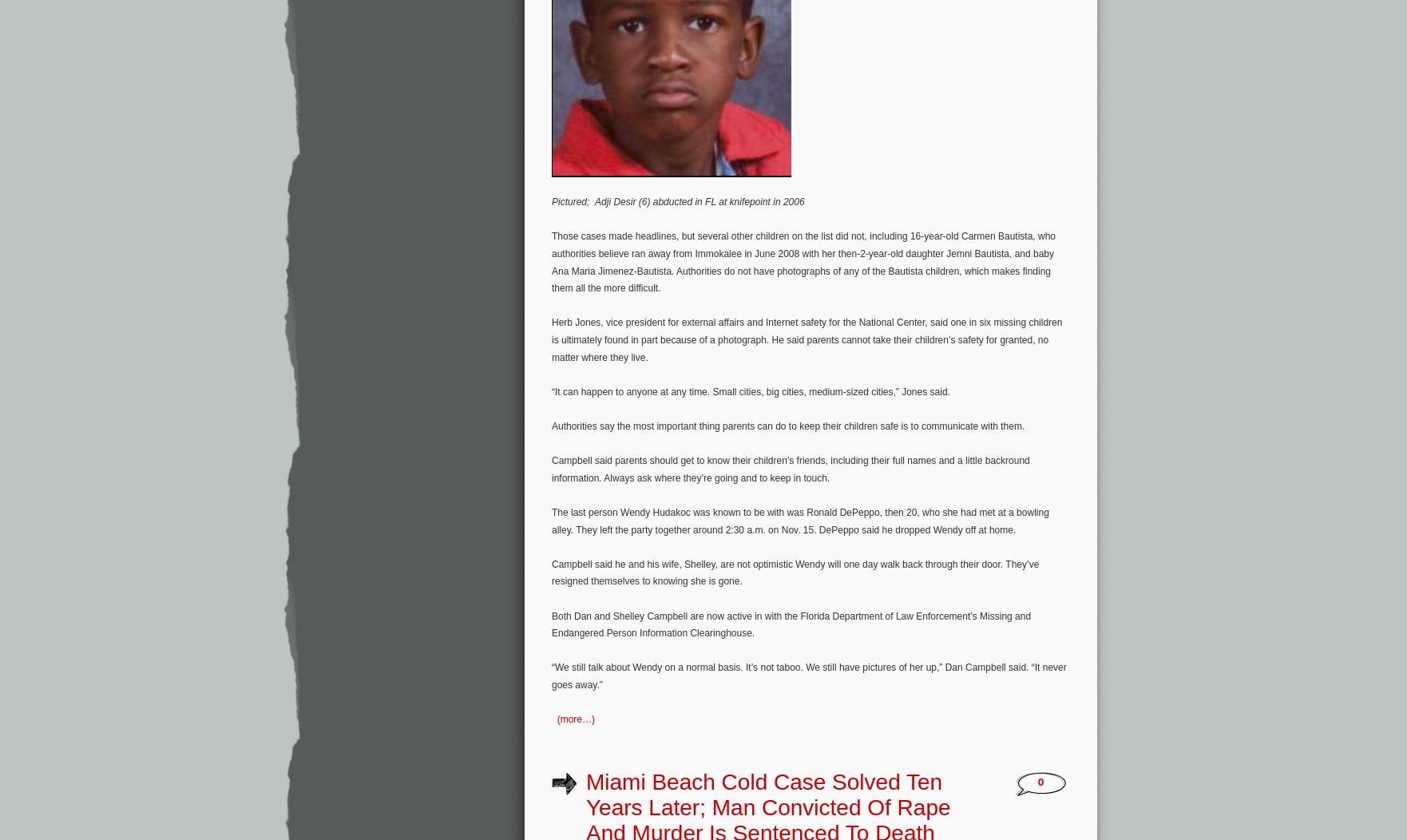 The height and width of the screenshot is (840, 1407). What do you see at coordinates (808, 675) in the screenshot?
I see `'“We still talk about Wendy on a normal basis. It’s not taboo. We still have pictures of her up,” Dan Campbell said. “It never goes away.”'` at bounding box center [808, 675].